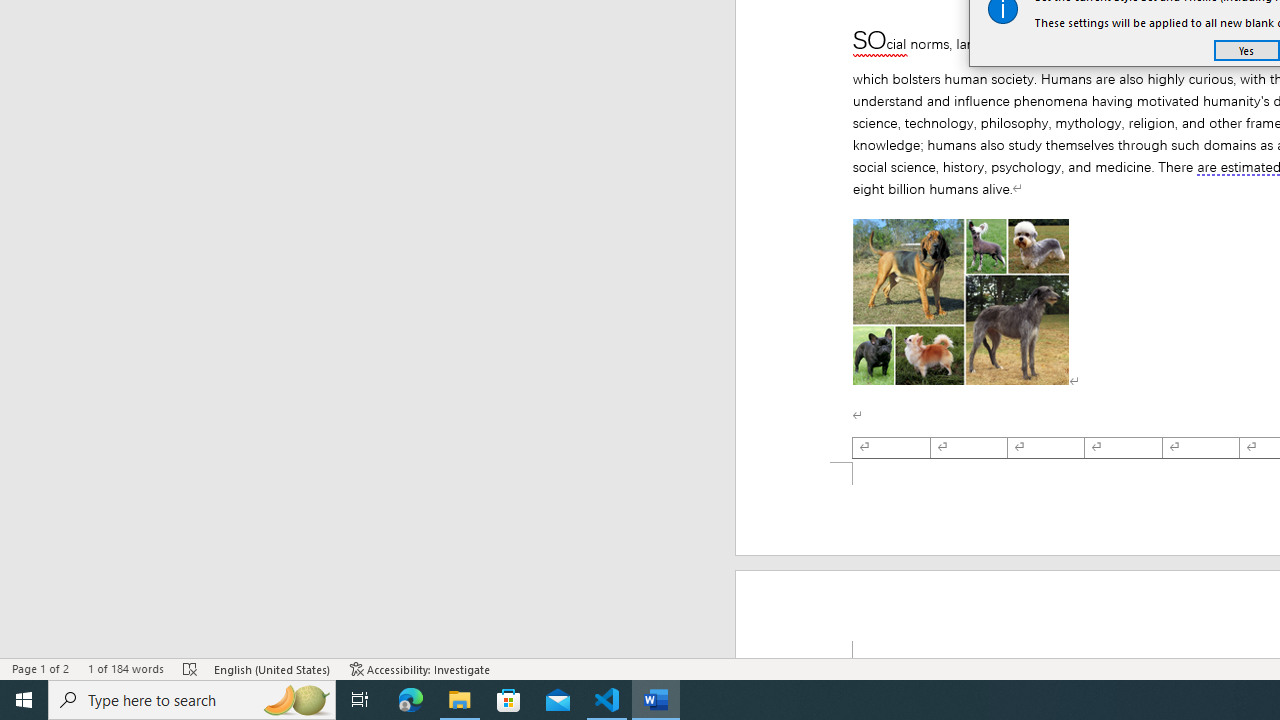  What do you see at coordinates (656, 698) in the screenshot?
I see `'Word - 1 running window'` at bounding box center [656, 698].